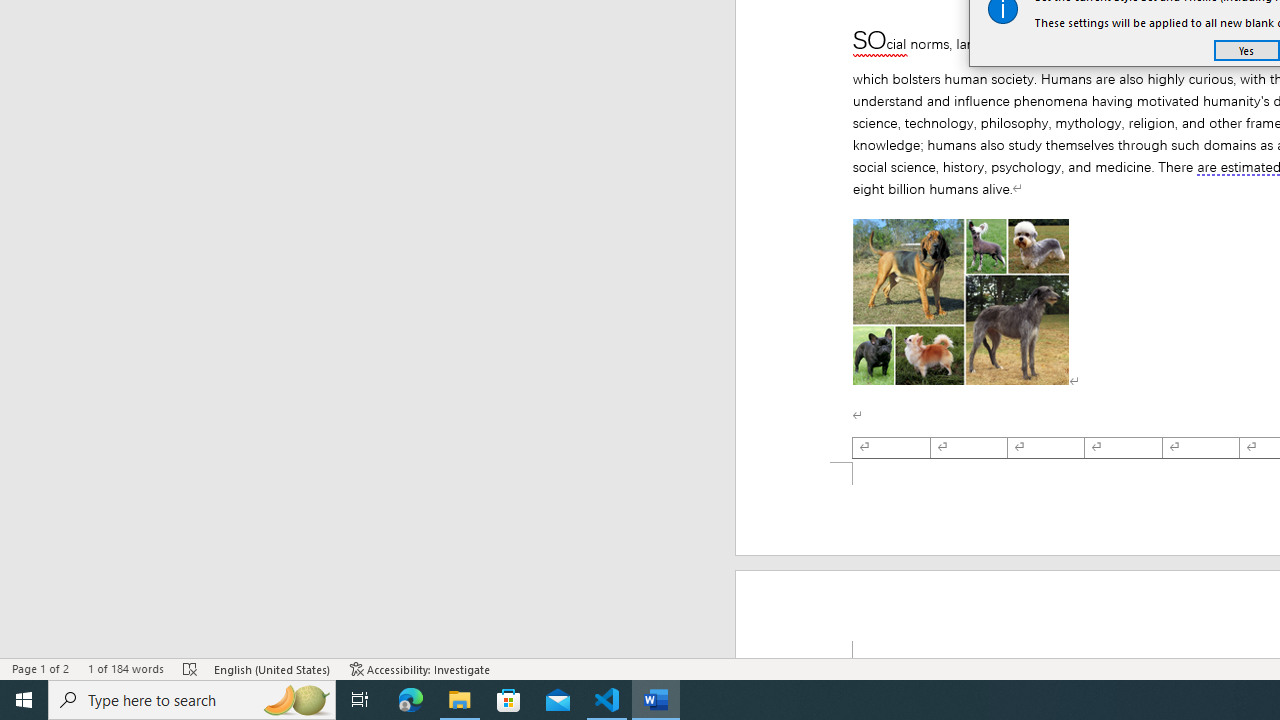  What do you see at coordinates (656, 698) in the screenshot?
I see `'Word - 1 running window'` at bounding box center [656, 698].